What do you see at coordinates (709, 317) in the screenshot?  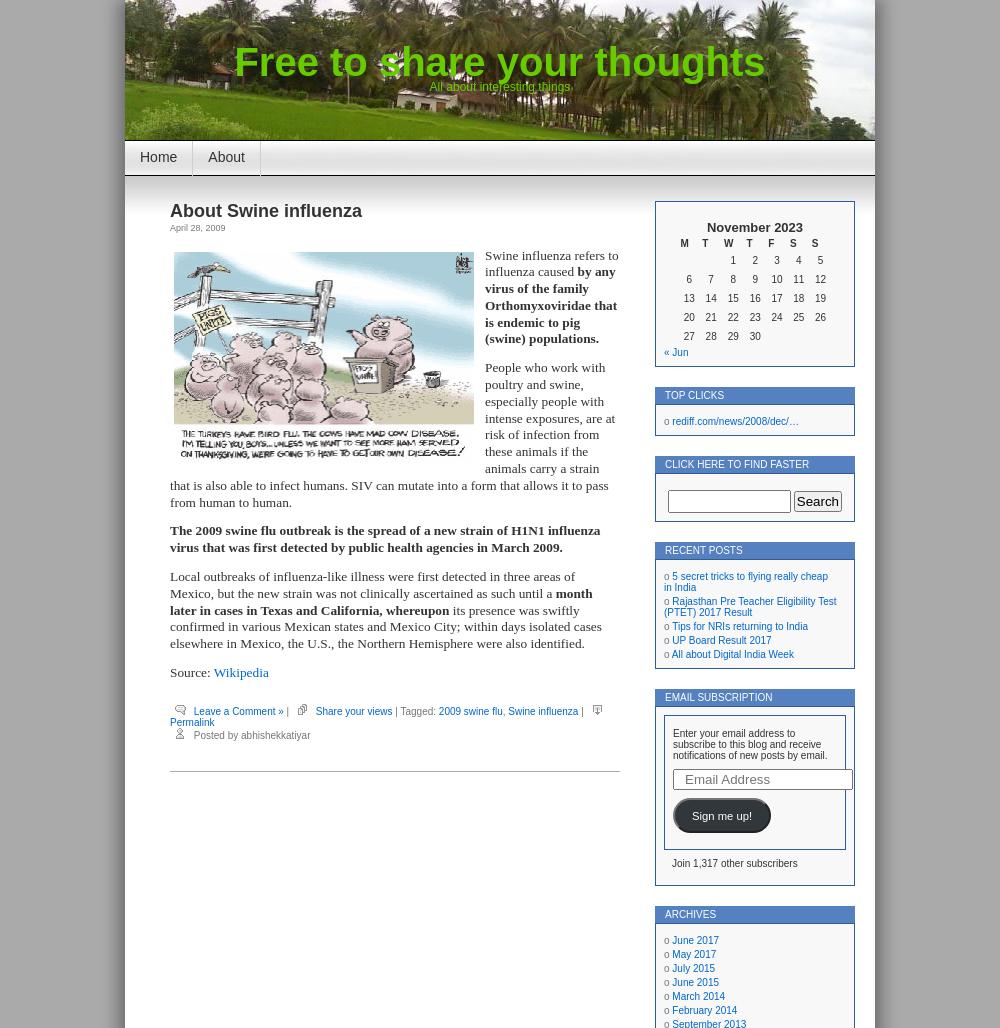 I see `'21'` at bounding box center [709, 317].